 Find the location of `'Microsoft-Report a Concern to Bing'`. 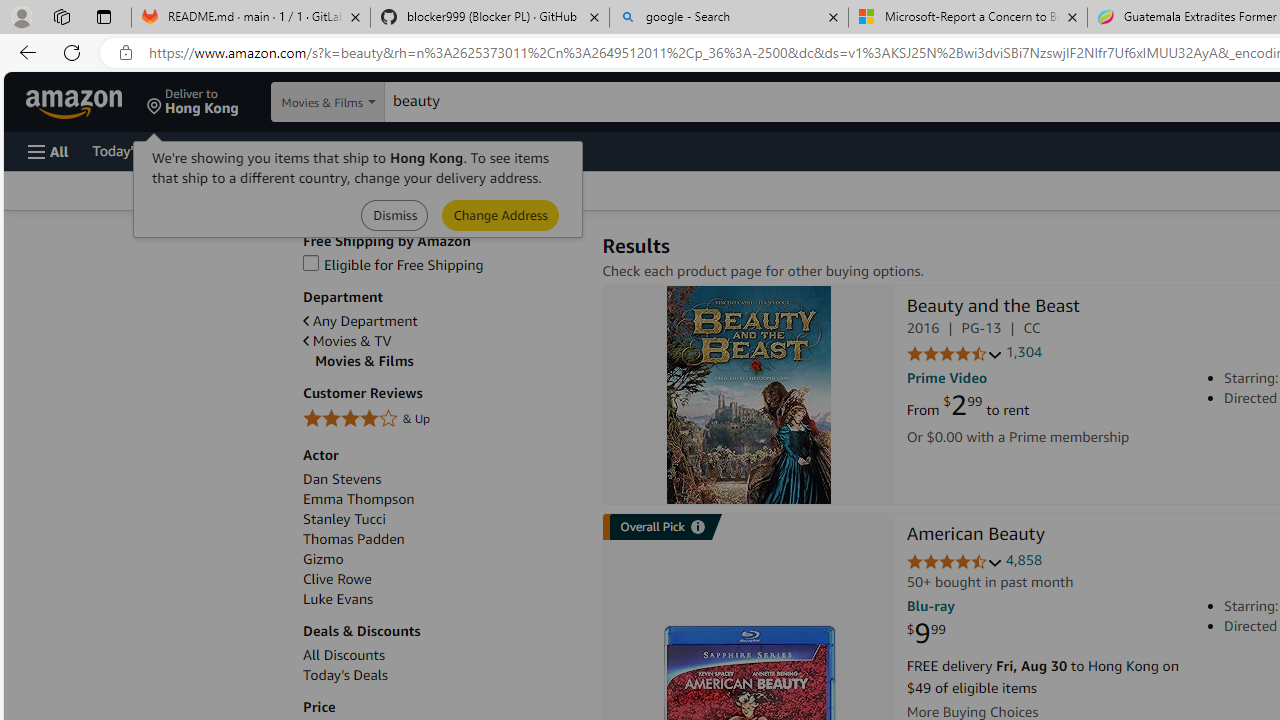

'Microsoft-Report a Concern to Bing' is located at coordinates (967, 17).